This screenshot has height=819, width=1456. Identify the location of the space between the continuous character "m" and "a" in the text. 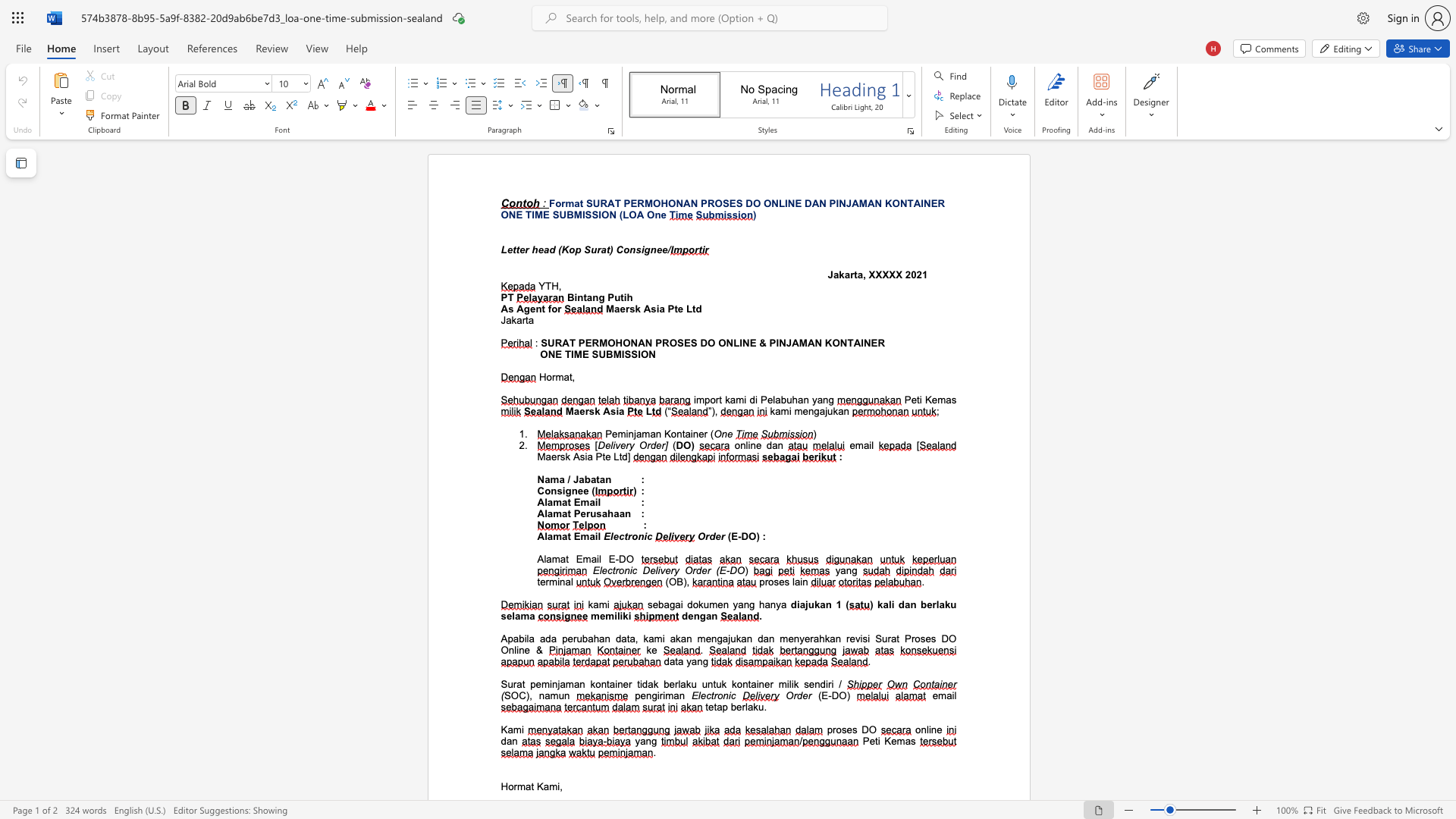
(944, 399).